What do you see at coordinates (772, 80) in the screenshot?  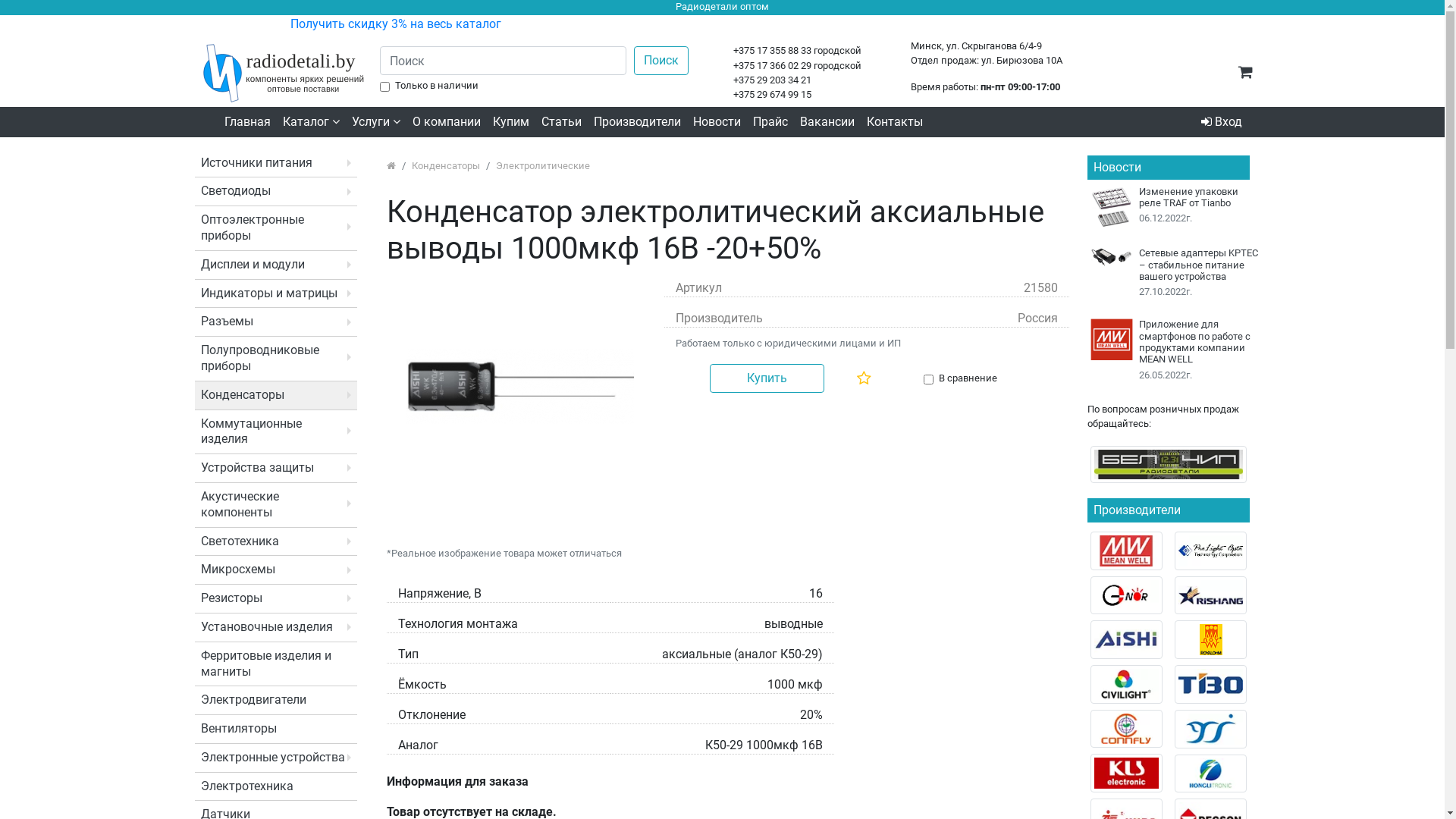 I see `'+375 29 203 34 21'` at bounding box center [772, 80].